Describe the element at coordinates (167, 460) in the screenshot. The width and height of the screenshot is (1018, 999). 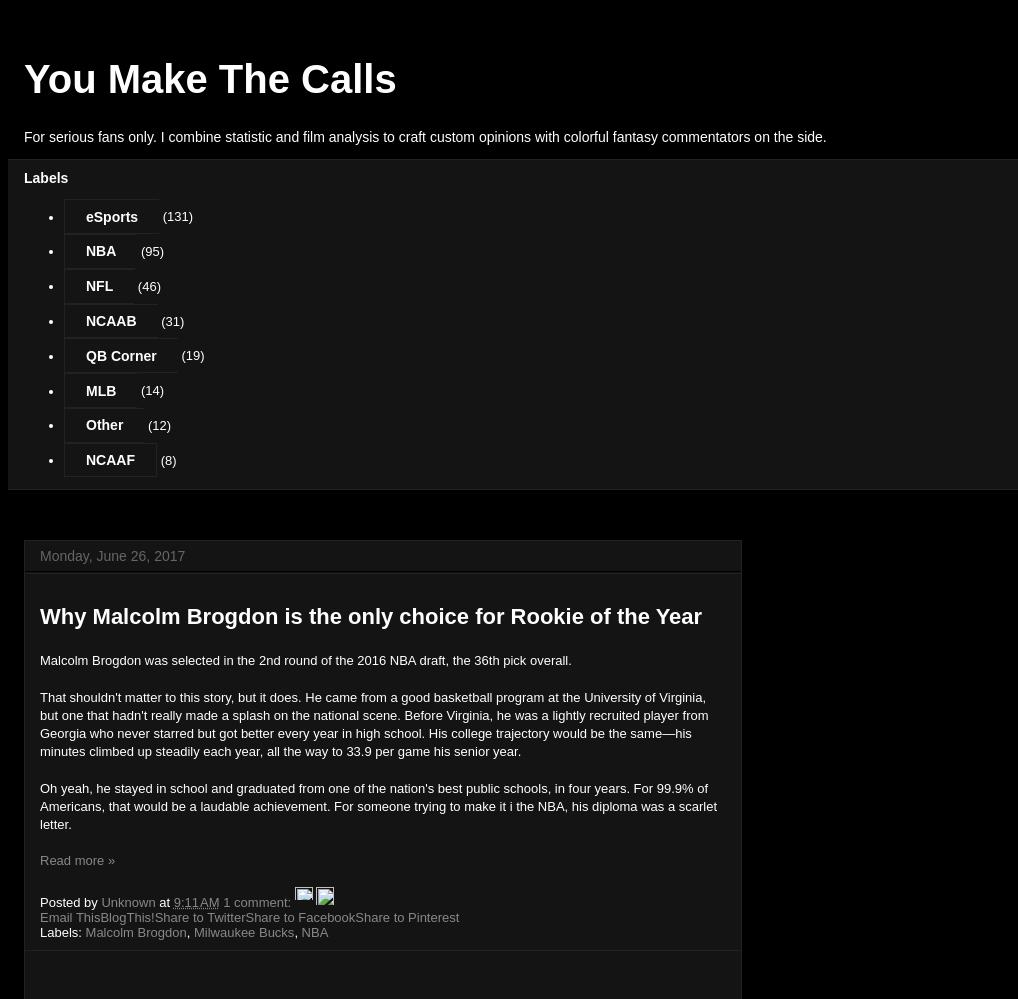
I see `'(8)'` at that location.